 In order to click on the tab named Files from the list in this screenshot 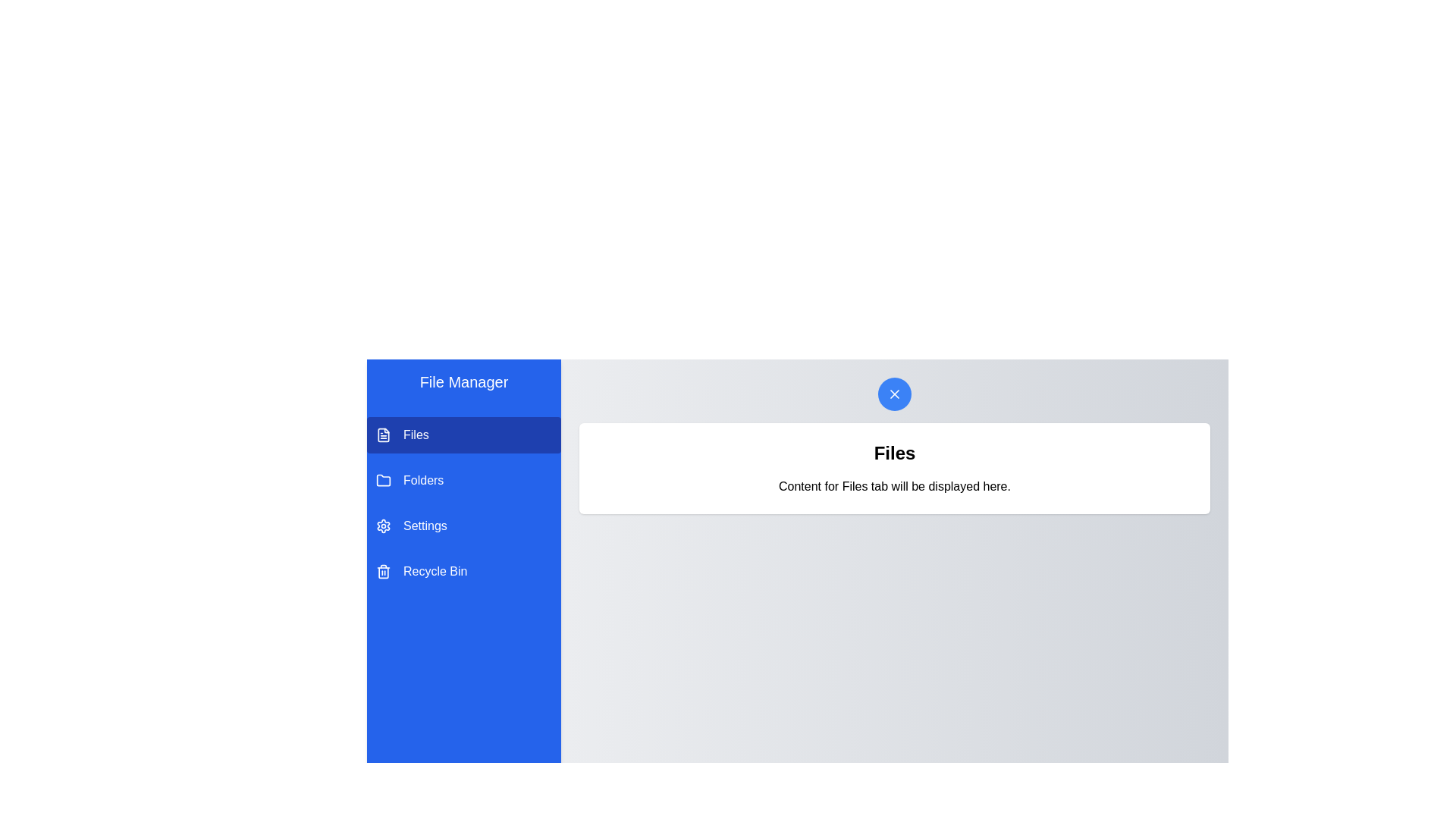, I will do `click(463, 435)`.